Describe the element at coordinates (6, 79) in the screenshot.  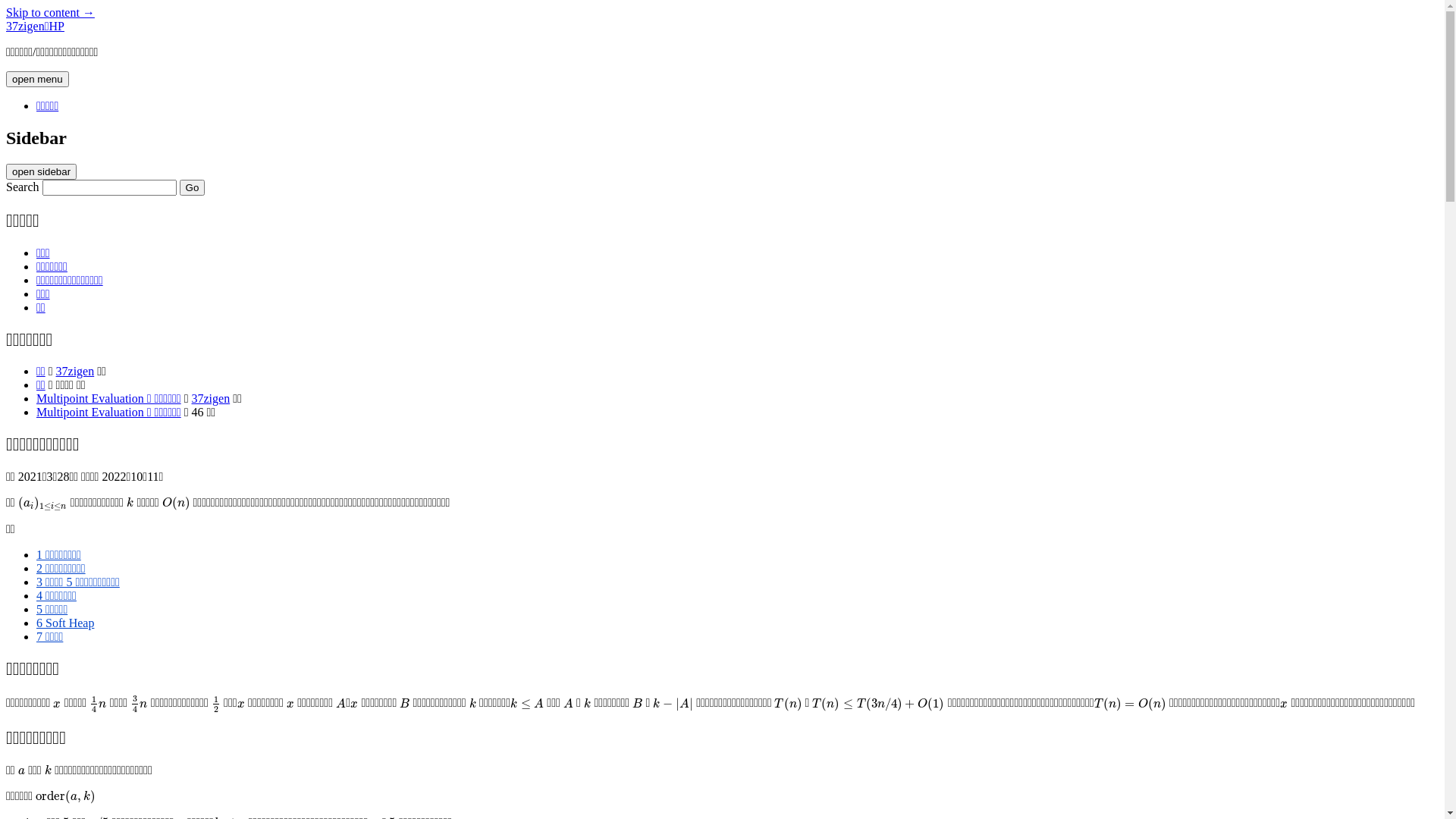
I see `'open menu'` at that location.